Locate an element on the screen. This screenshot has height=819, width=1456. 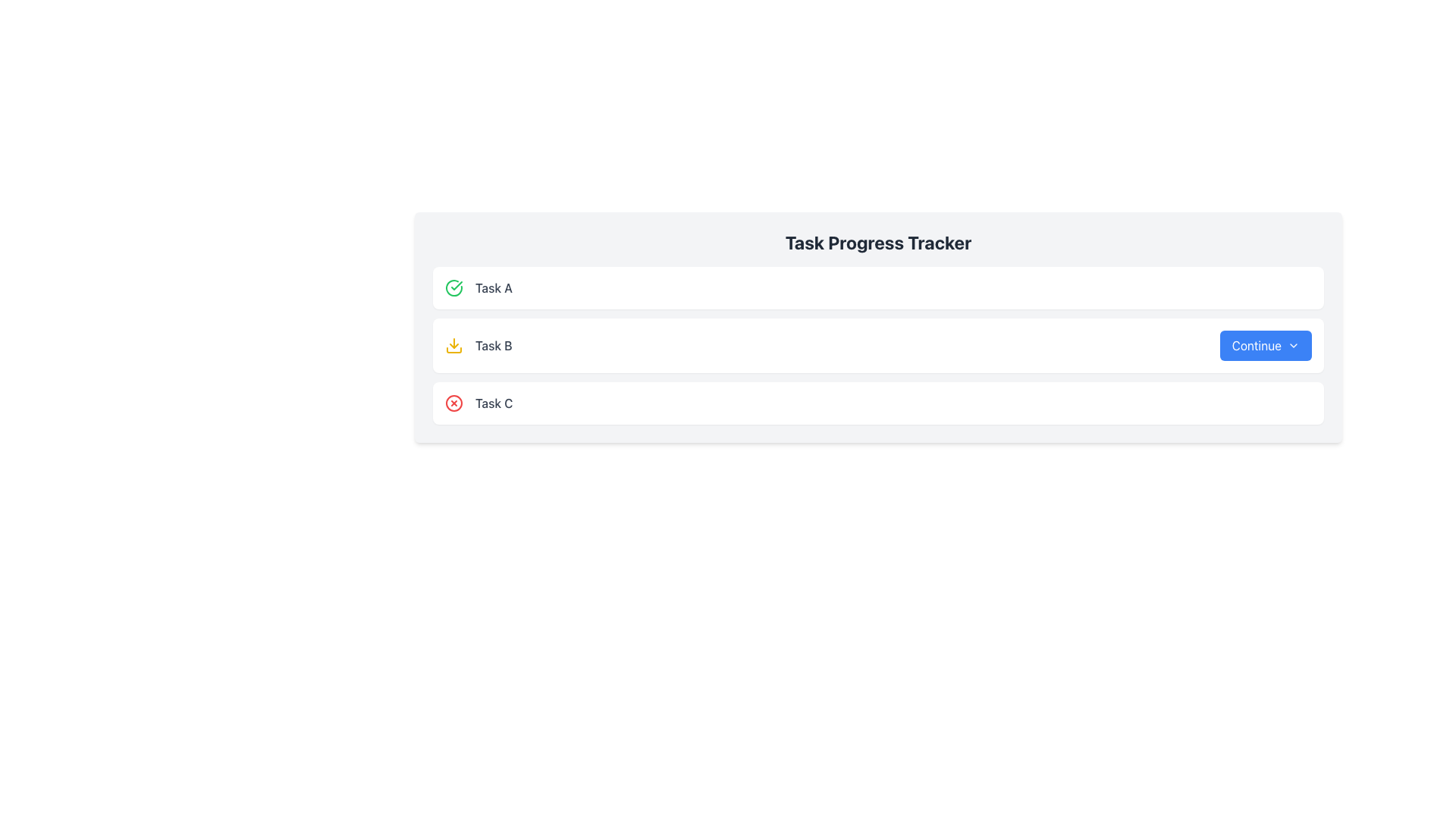
the circular green outlined icon with a checkmark located to the left of 'Task A' in the task row is located at coordinates (453, 288).